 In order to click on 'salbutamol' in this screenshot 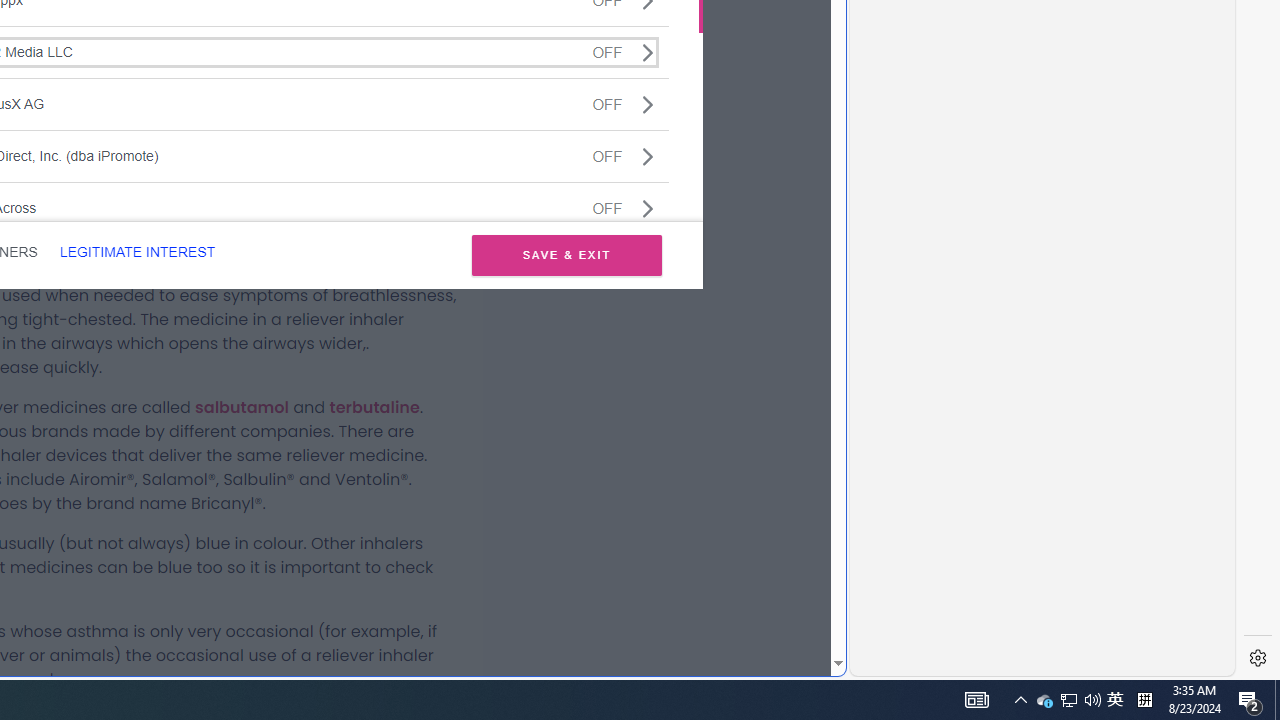, I will do `click(240, 406)`.